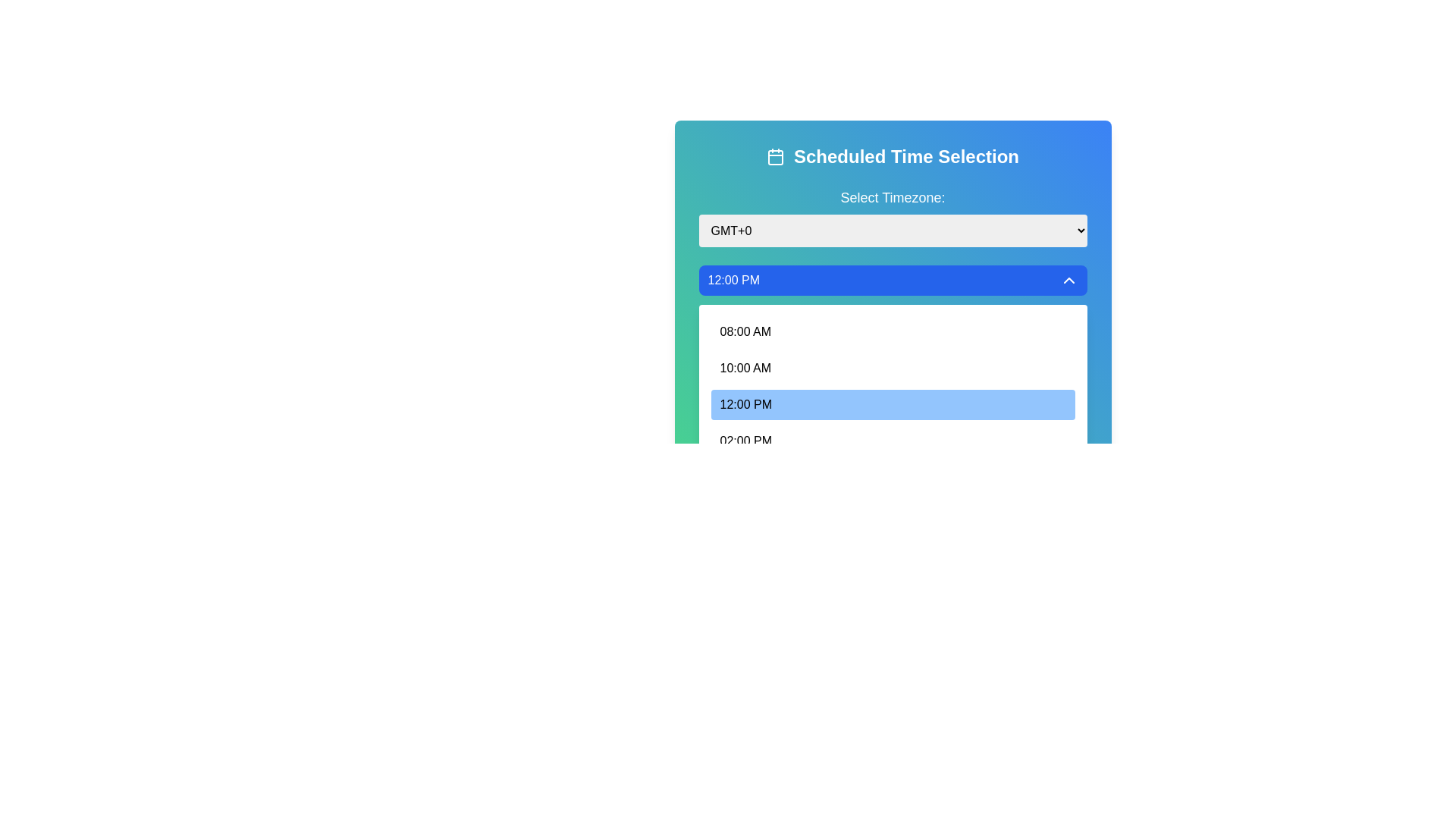  Describe the element at coordinates (893, 384) in the screenshot. I see `the selectable list item displaying '12:00 PM' in the dropdown menu` at that location.